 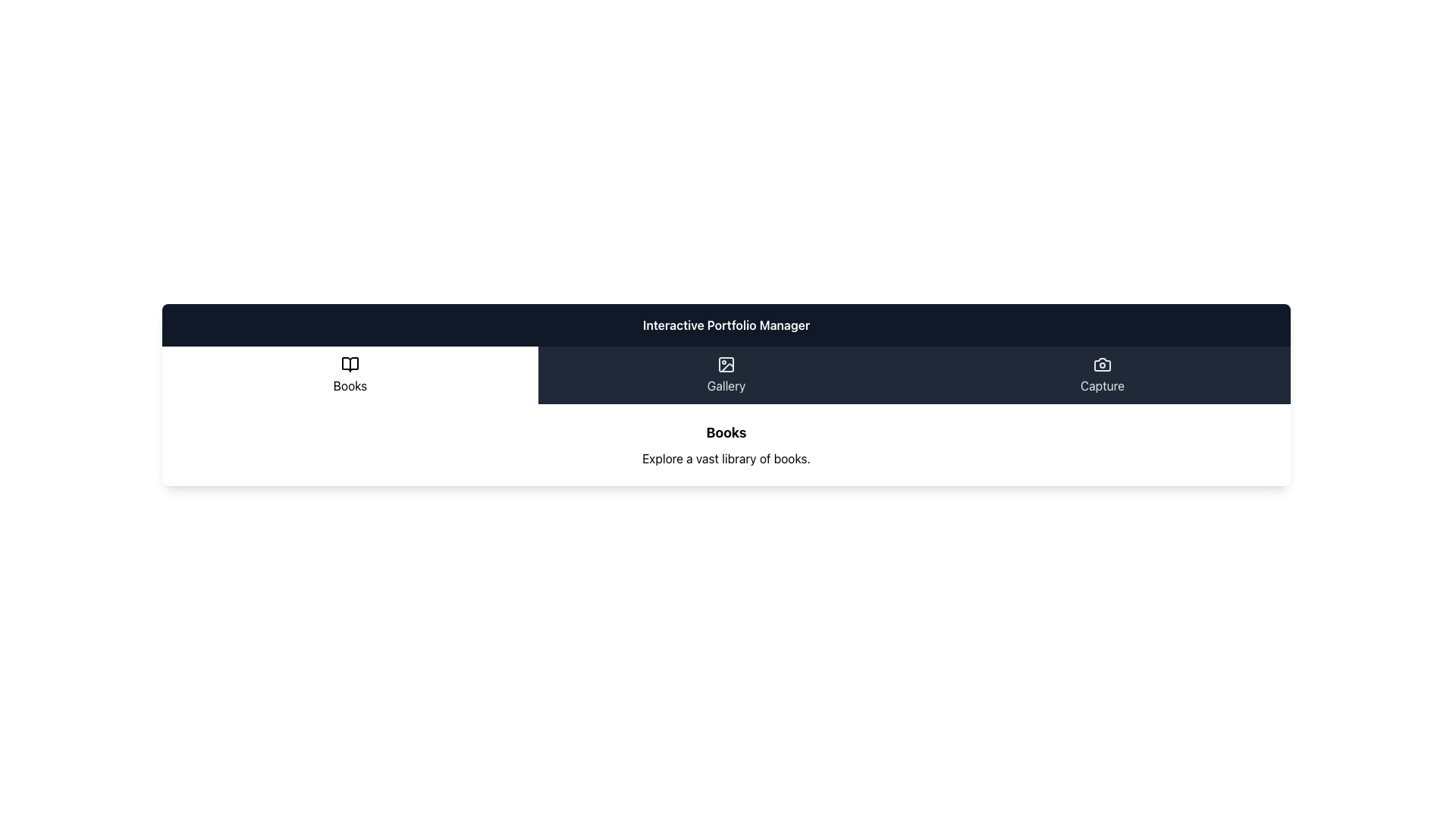 I want to click on the open book icon located in the top-left section of the navigation bar, which visually represents the 'Books' section, so click(x=349, y=365).